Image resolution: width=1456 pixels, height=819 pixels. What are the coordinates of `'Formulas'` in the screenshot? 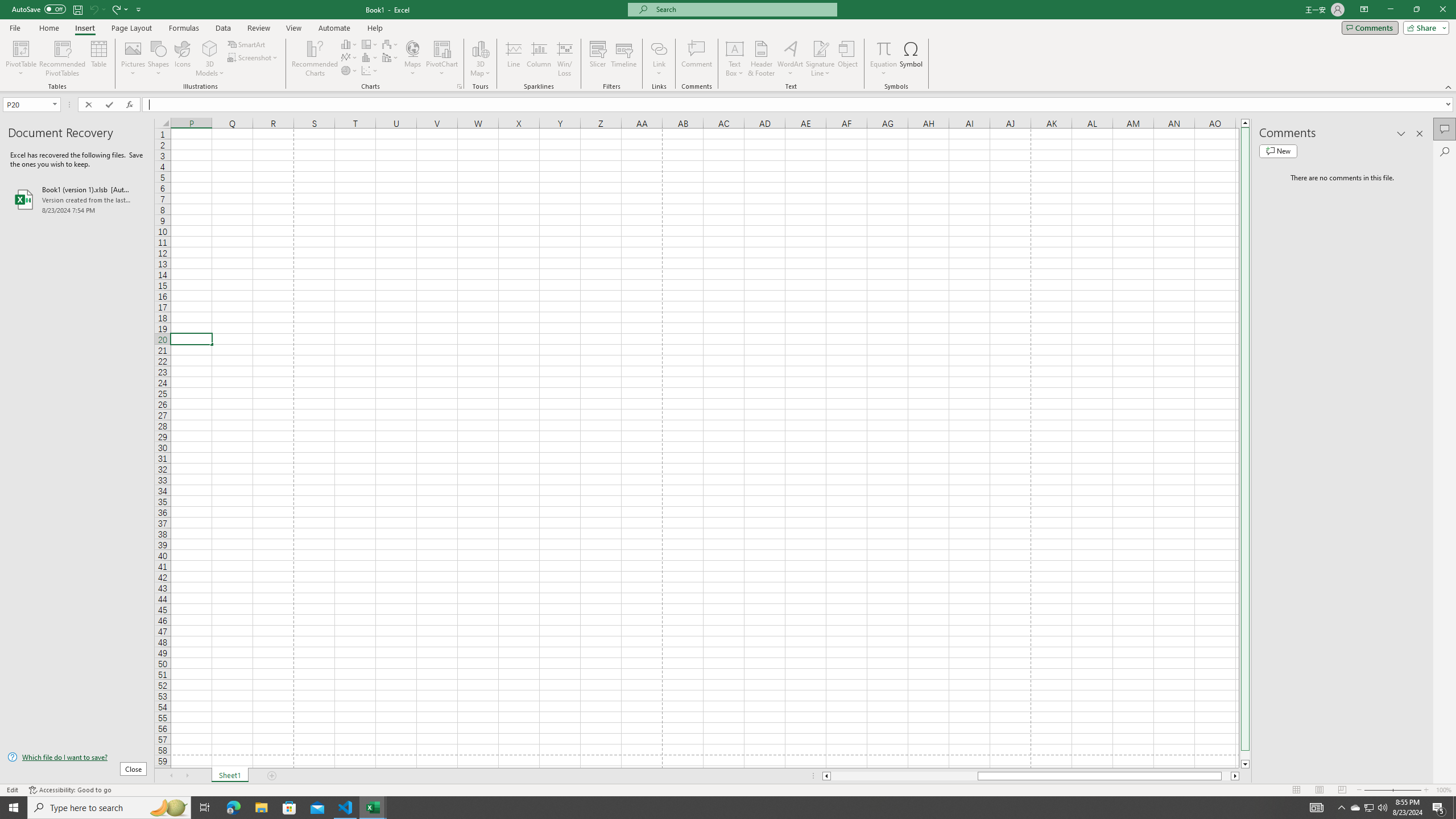 It's located at (185, 28).